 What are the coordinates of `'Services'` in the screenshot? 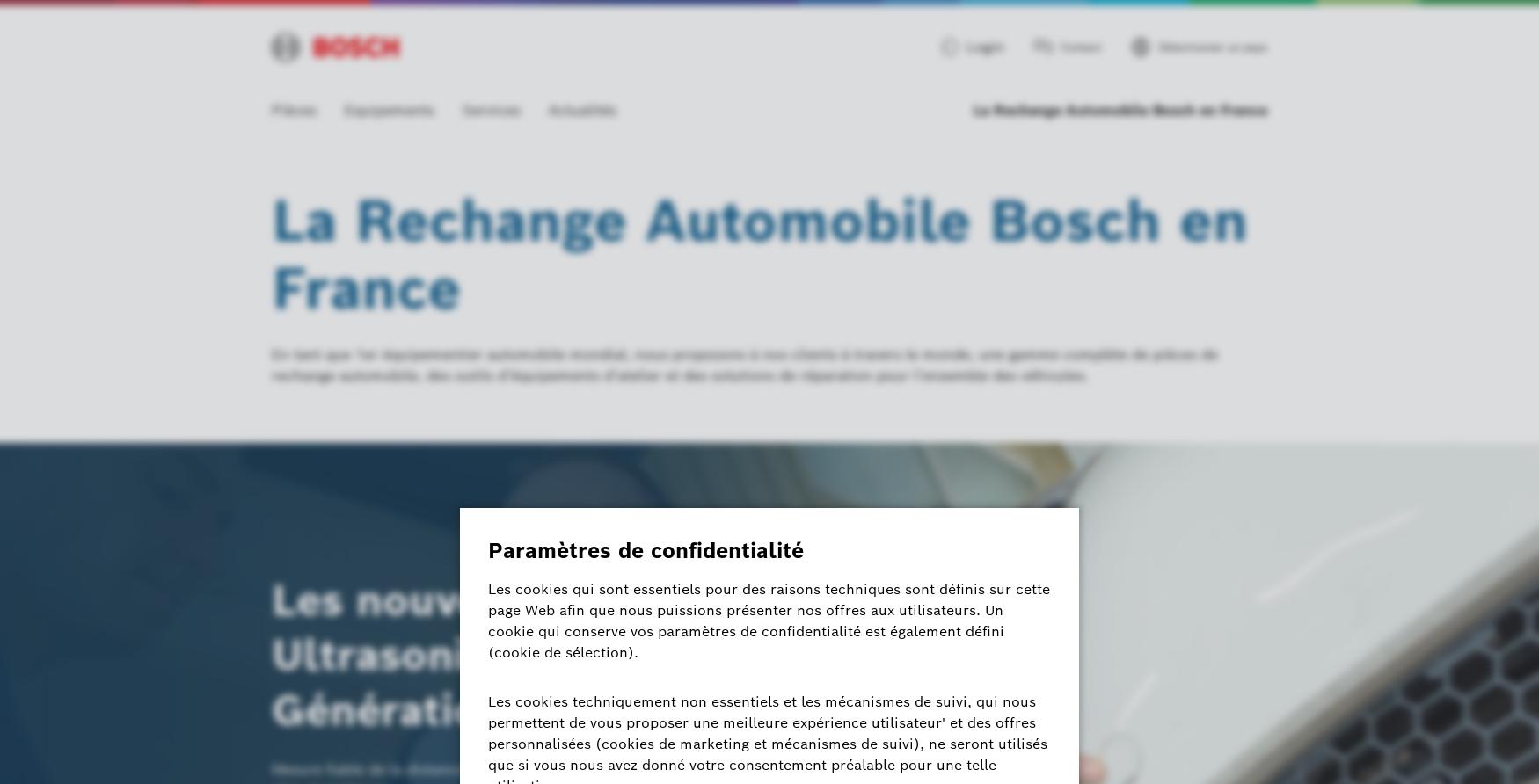 It's located at (490, 109).